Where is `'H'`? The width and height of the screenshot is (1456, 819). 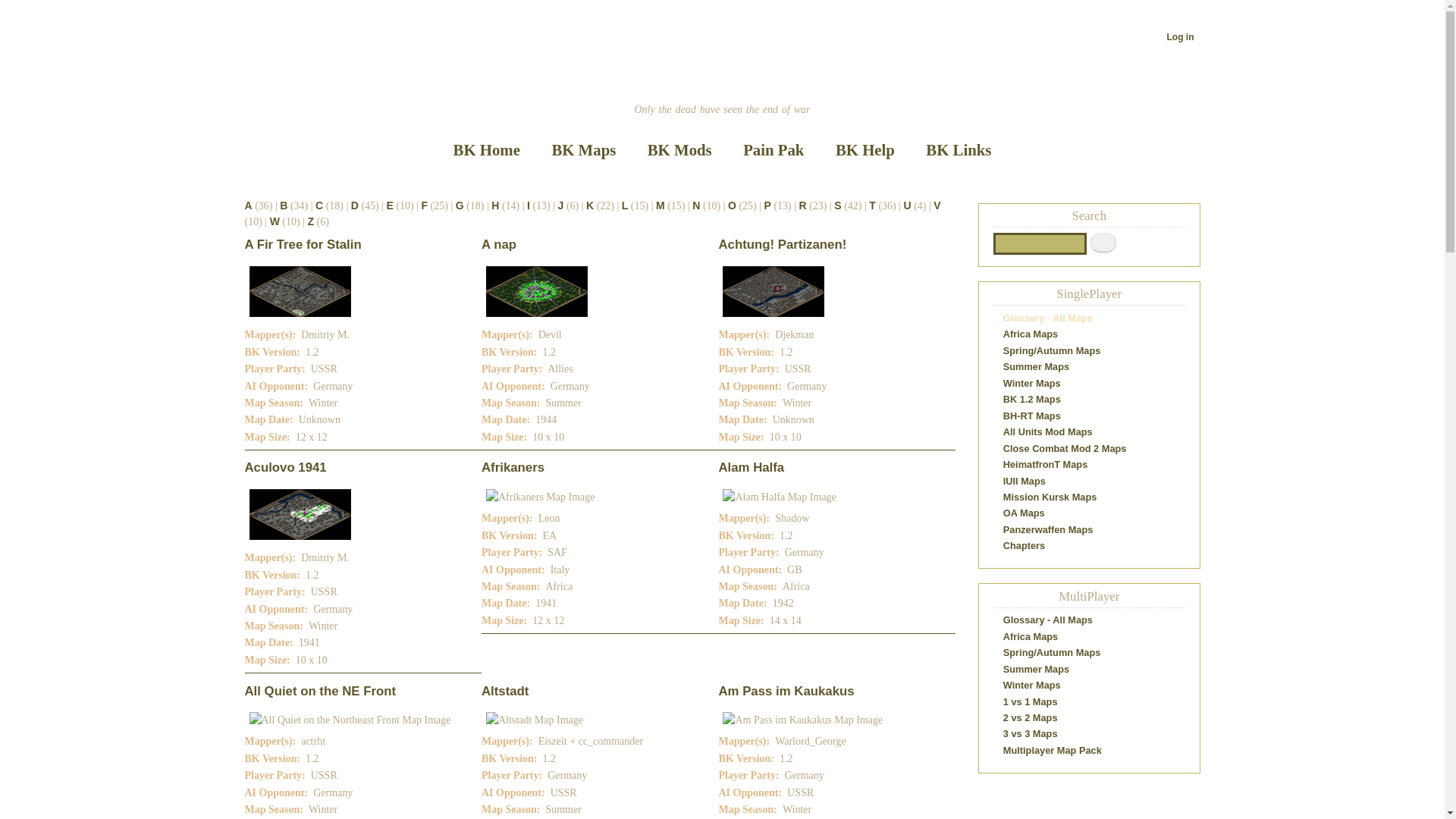
'H' is located at coordinates (491, 205).